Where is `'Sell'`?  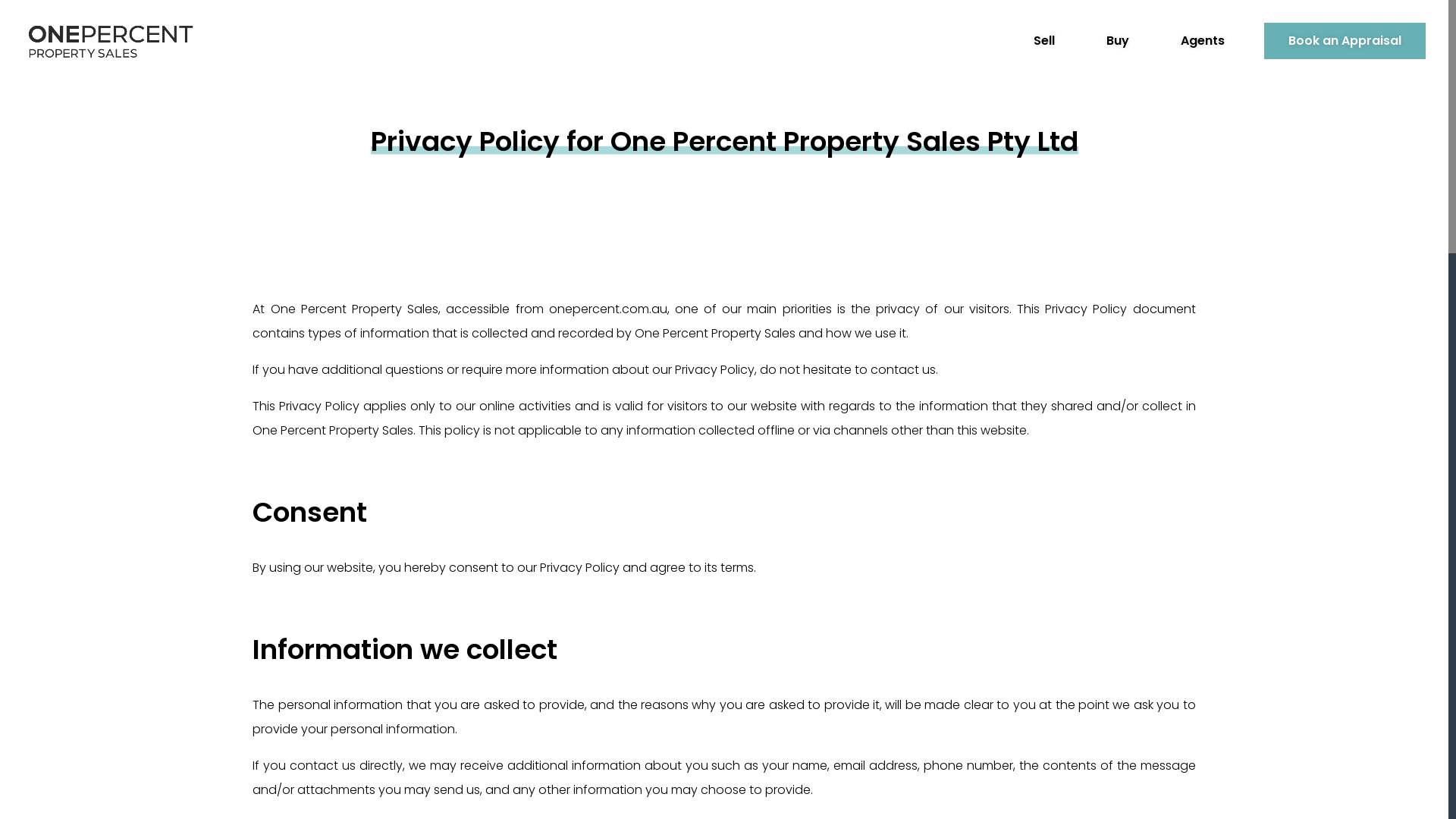 'Sell' is located at coordinates (1043, 39).